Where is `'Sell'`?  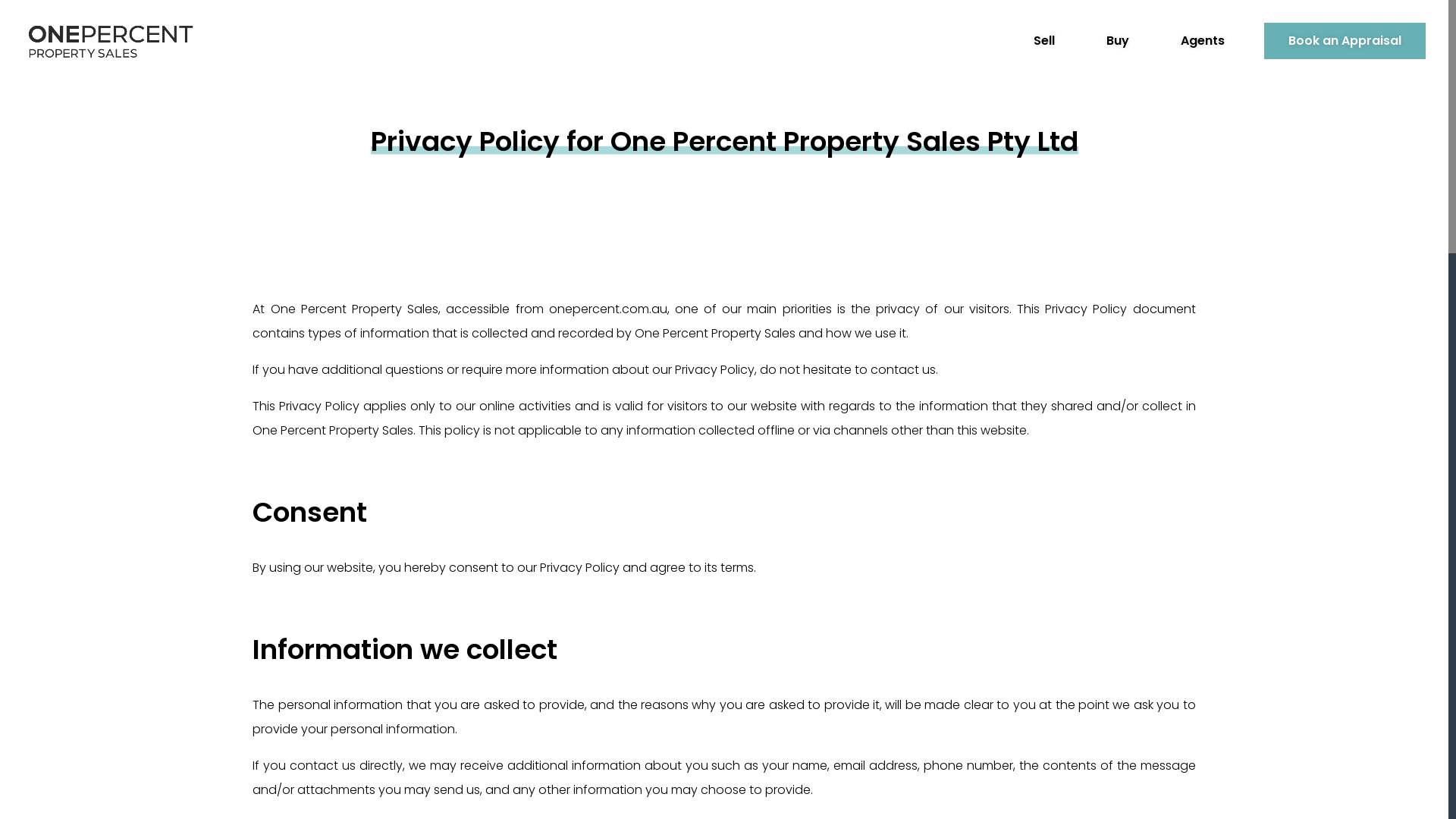 'Sell' is located at coordinates (1043, 39).